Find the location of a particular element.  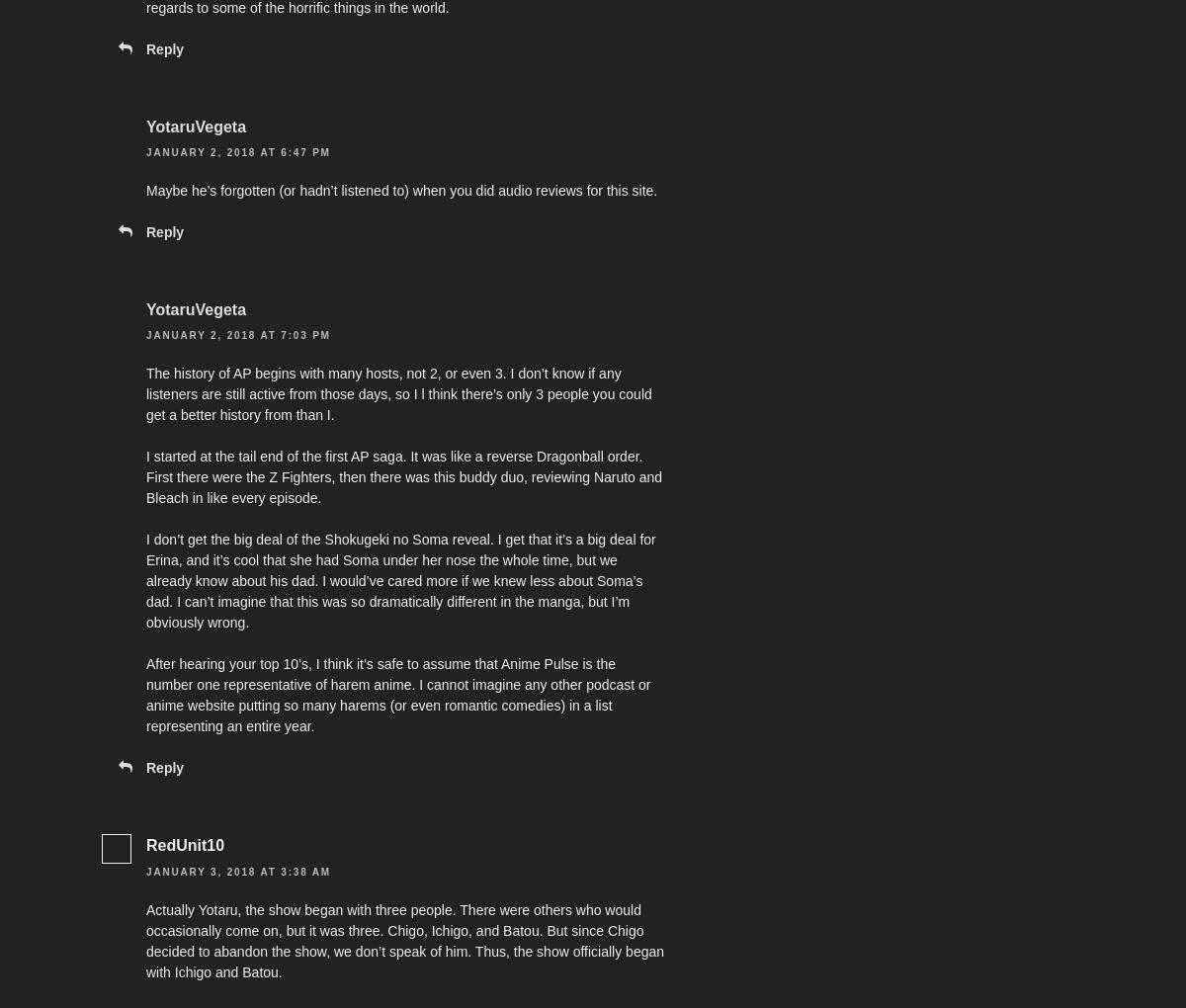

'January 3, 2018 at 3:38 am' is located at coordinates (236, 870).